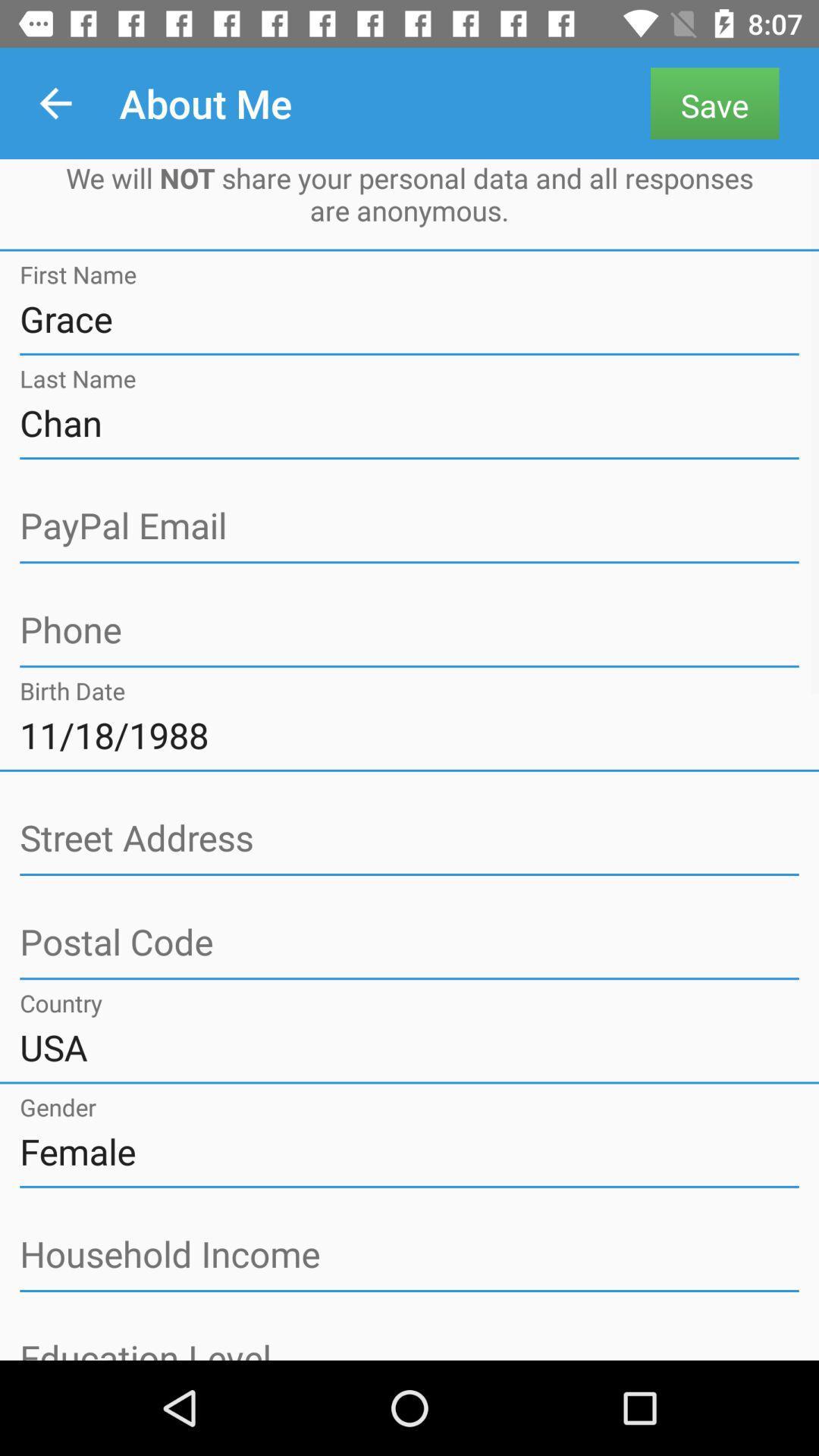 The width and height of the screenshot is (819, 1456). Describe the element at coordinates (409, 527) in the screenshot. I see `the field paypal email` at that location.